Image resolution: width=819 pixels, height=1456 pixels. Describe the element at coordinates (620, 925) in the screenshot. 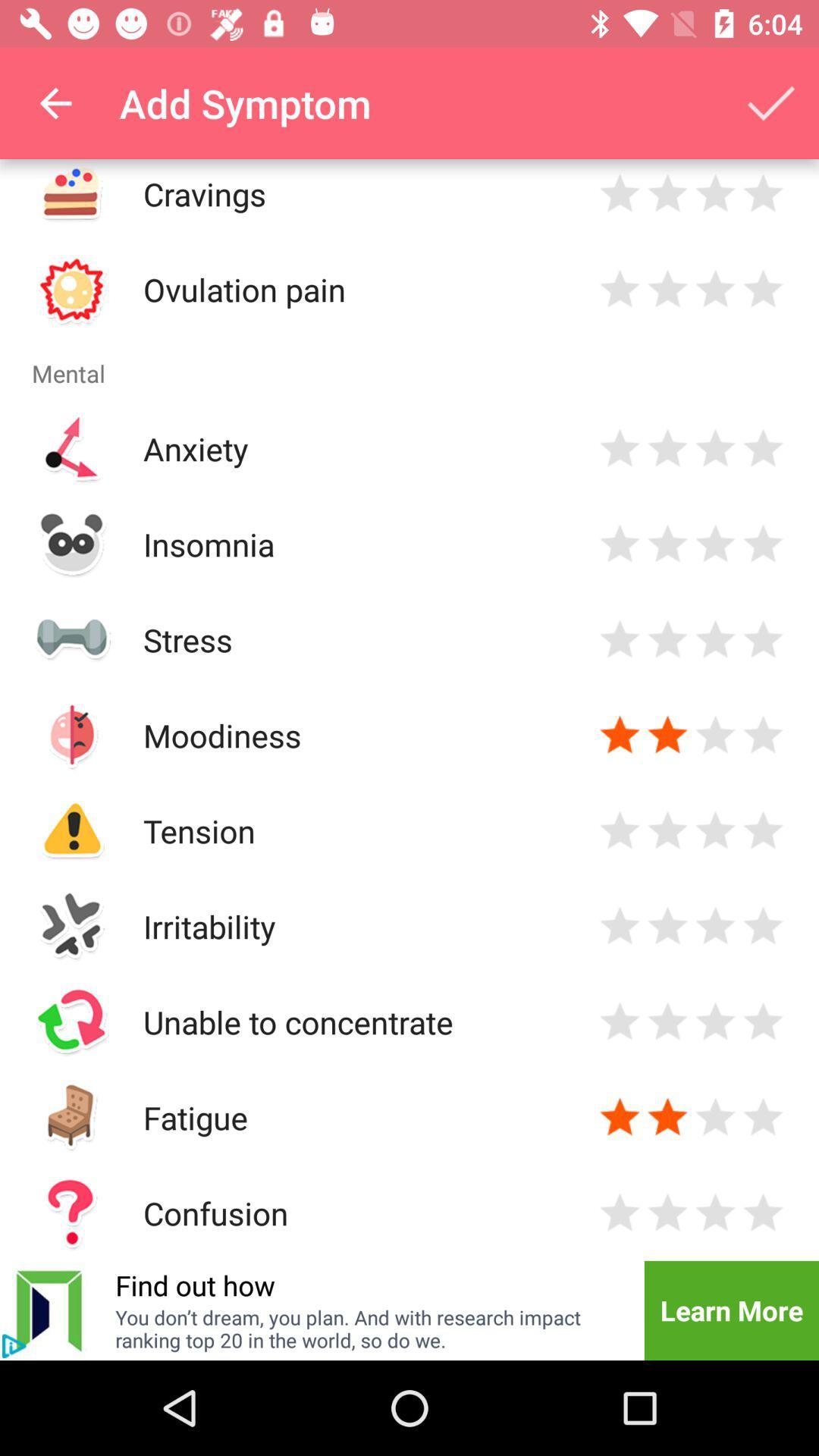

I see `rate a symptom` at that location.